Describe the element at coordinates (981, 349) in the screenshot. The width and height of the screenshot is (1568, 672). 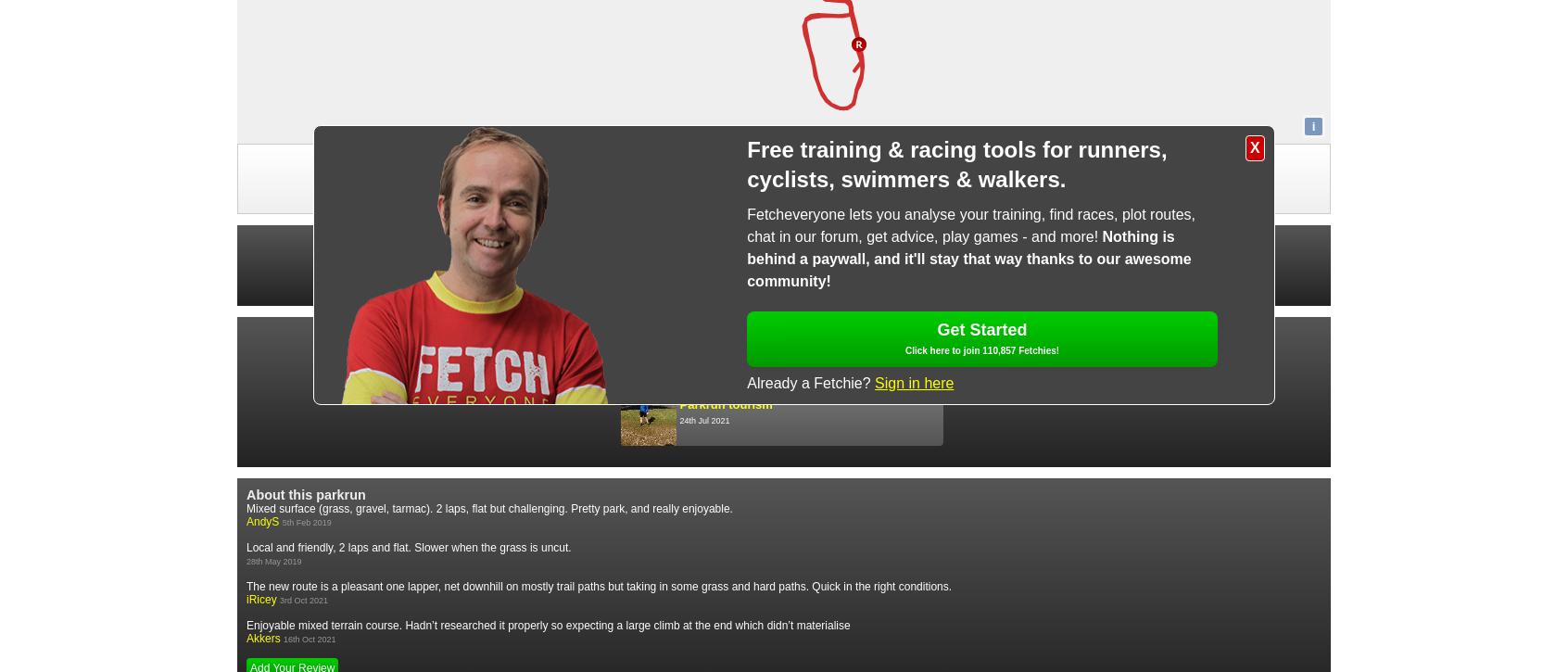
I see `'Click here to join 110,857 Fetchies!'` at that location.